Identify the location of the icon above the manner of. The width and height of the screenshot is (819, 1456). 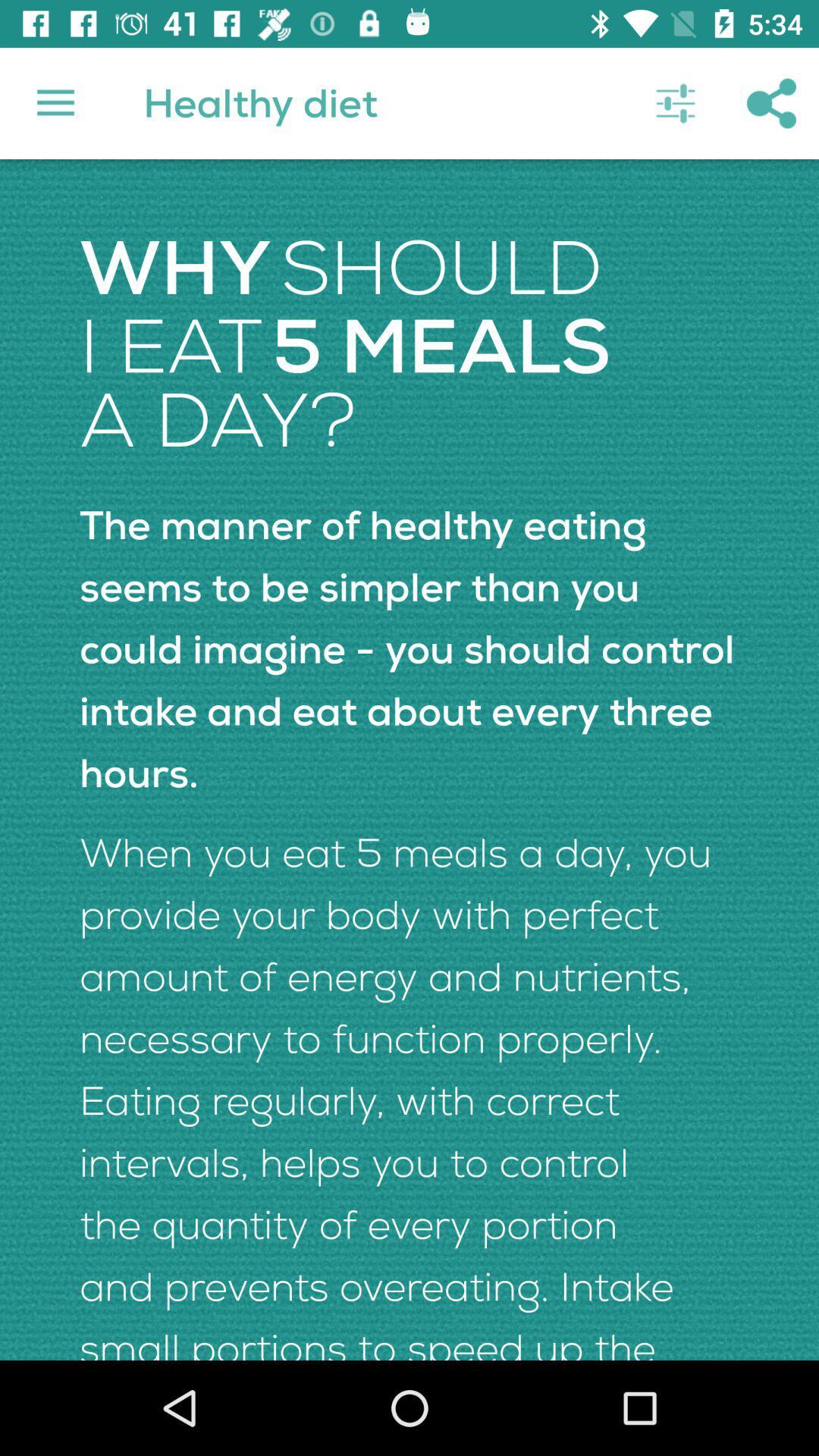
(675, 102).